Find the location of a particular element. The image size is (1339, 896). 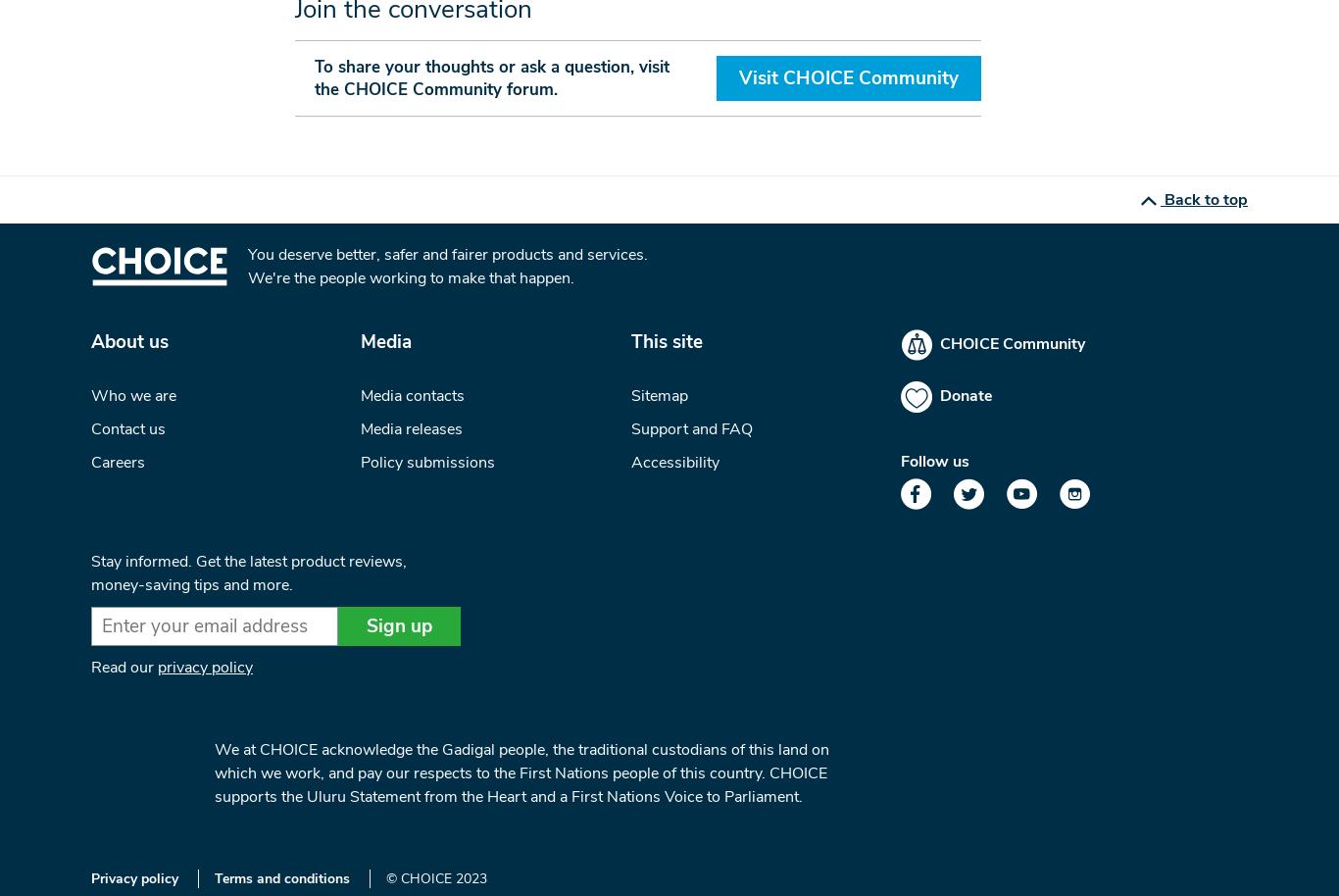

'Media releases' is located at coordinates (411, 427).